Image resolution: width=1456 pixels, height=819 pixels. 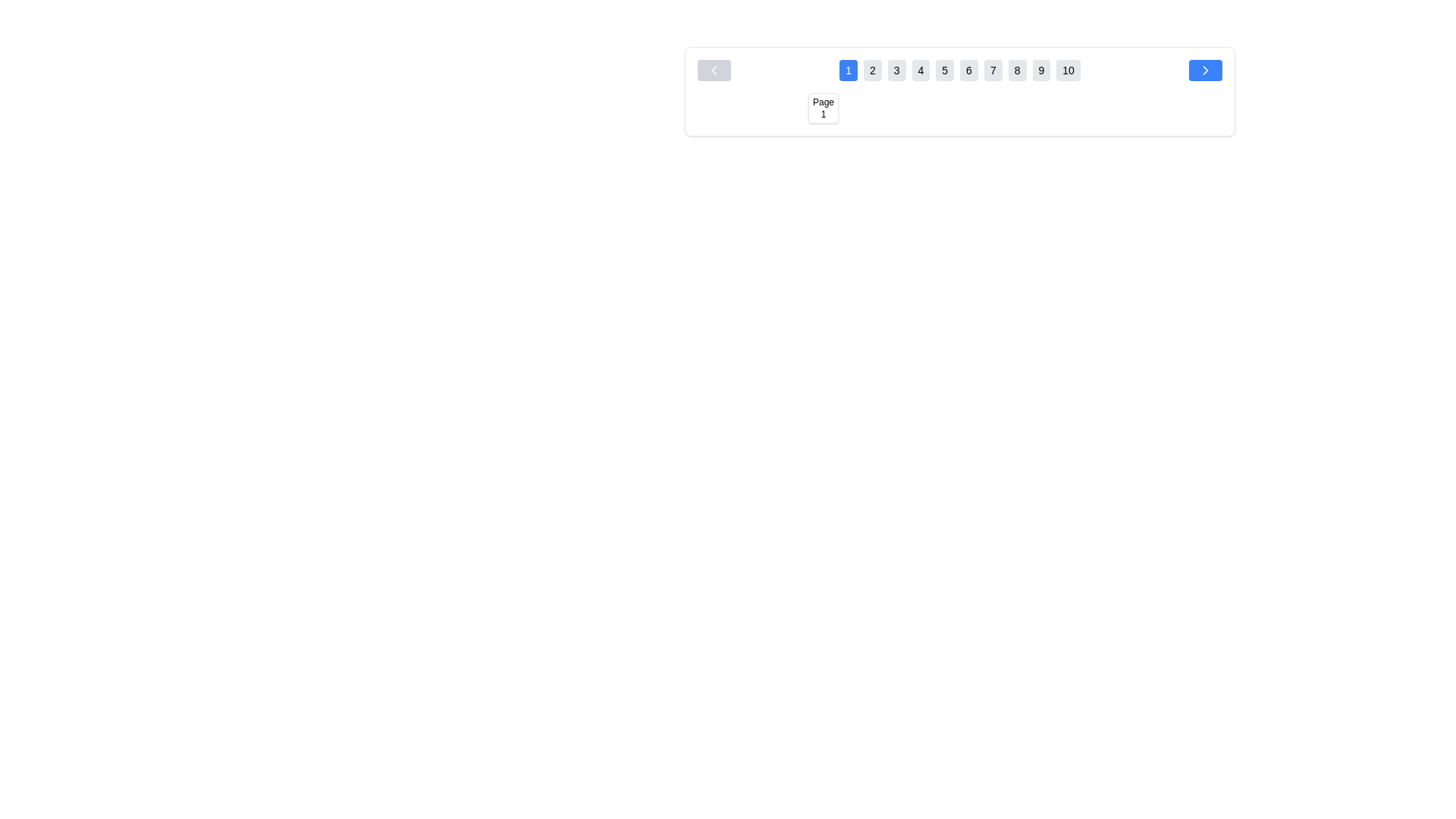 What do you see at coordinates (1068, 70) in the screenshot?
I see `the pagination button labeled '10', which is a rounded rectangle with a light gray background` at bounding box center [1068, 70].